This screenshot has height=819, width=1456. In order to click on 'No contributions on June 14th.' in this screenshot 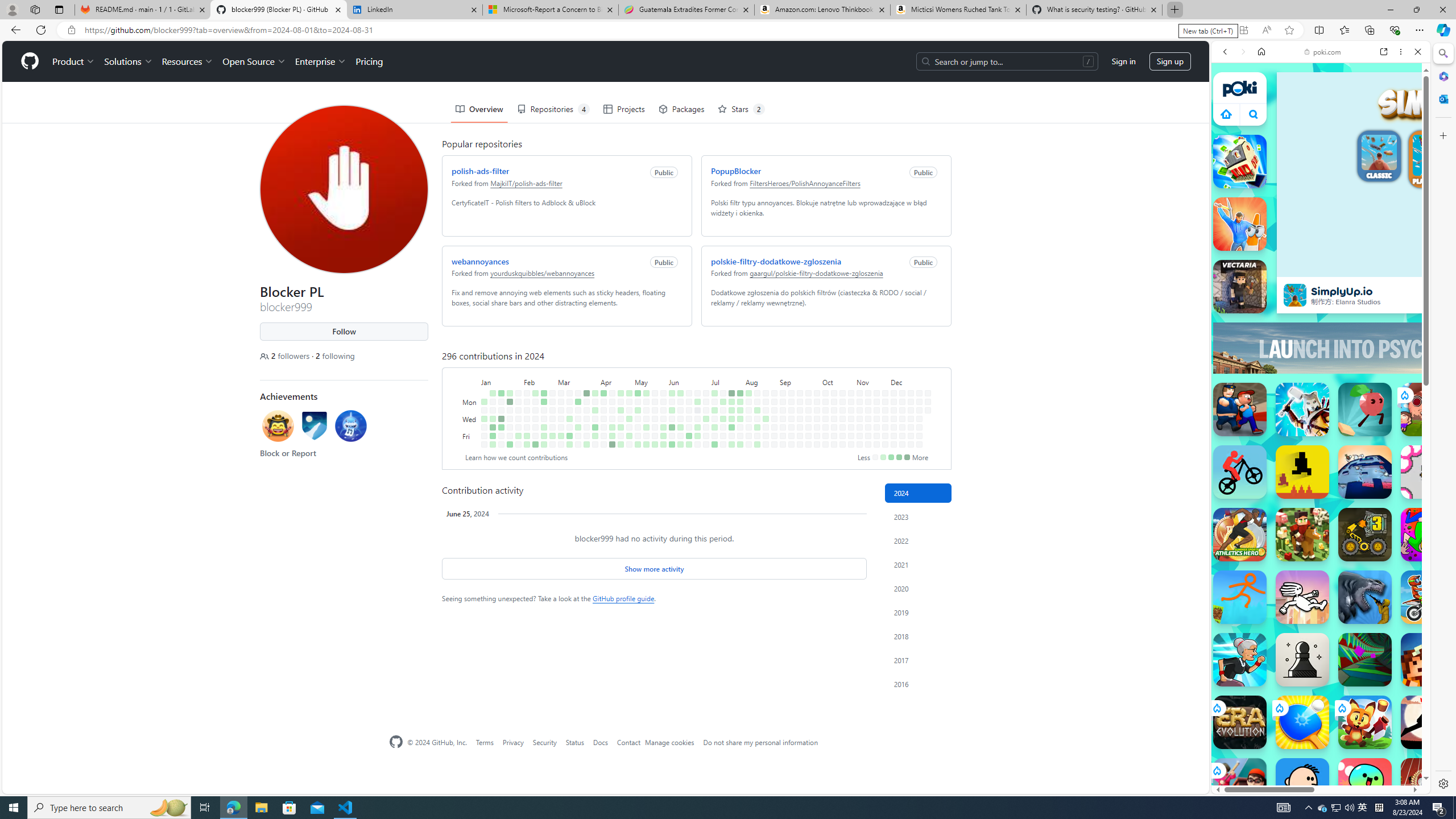, I will do `click(680, 435)`.